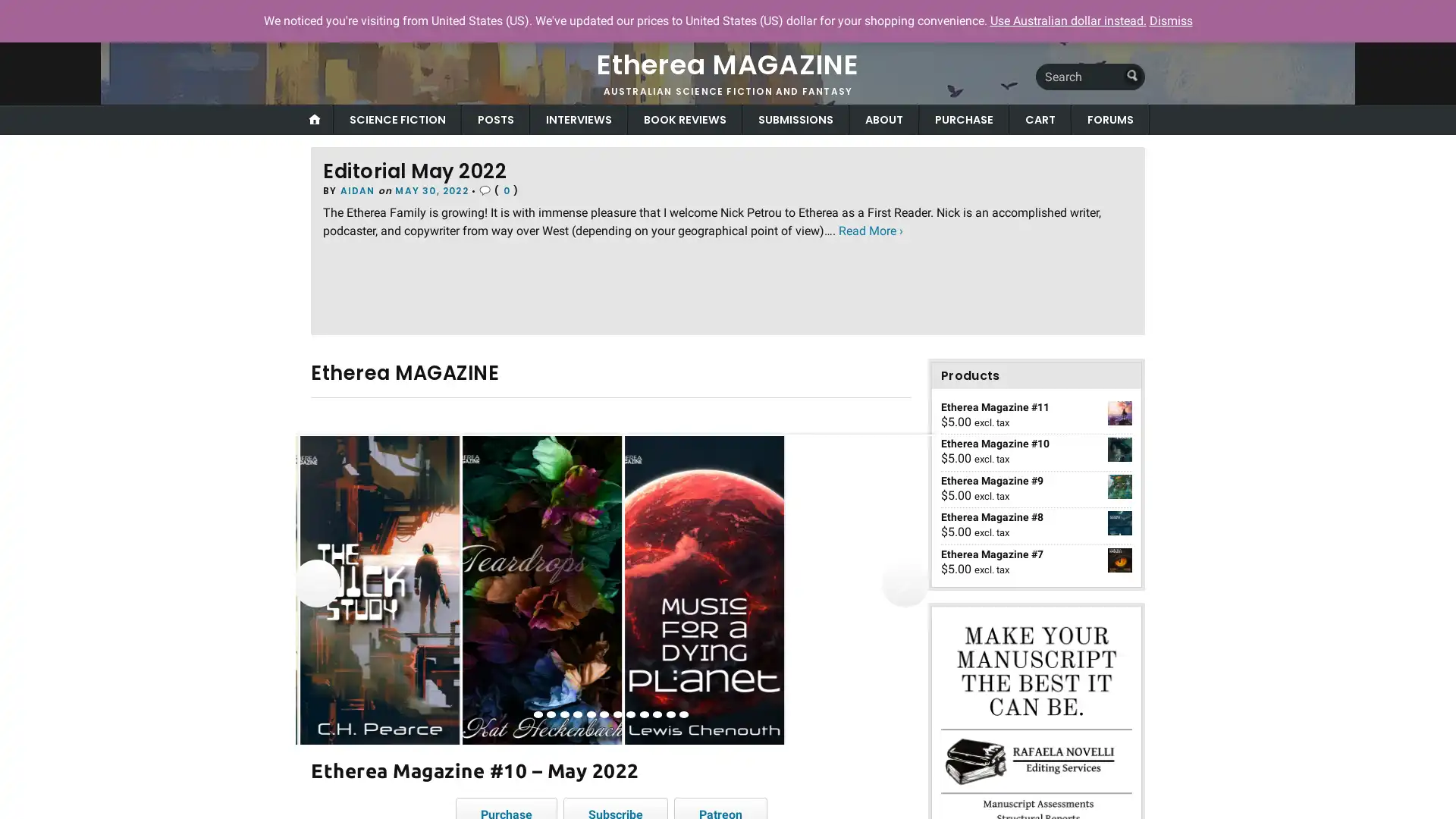 This screenshot has width=1456, height=819. Describe the element at coordinates (577, 714) in the screenshot. I see `view image 4 of 12 in carousel` at that location.